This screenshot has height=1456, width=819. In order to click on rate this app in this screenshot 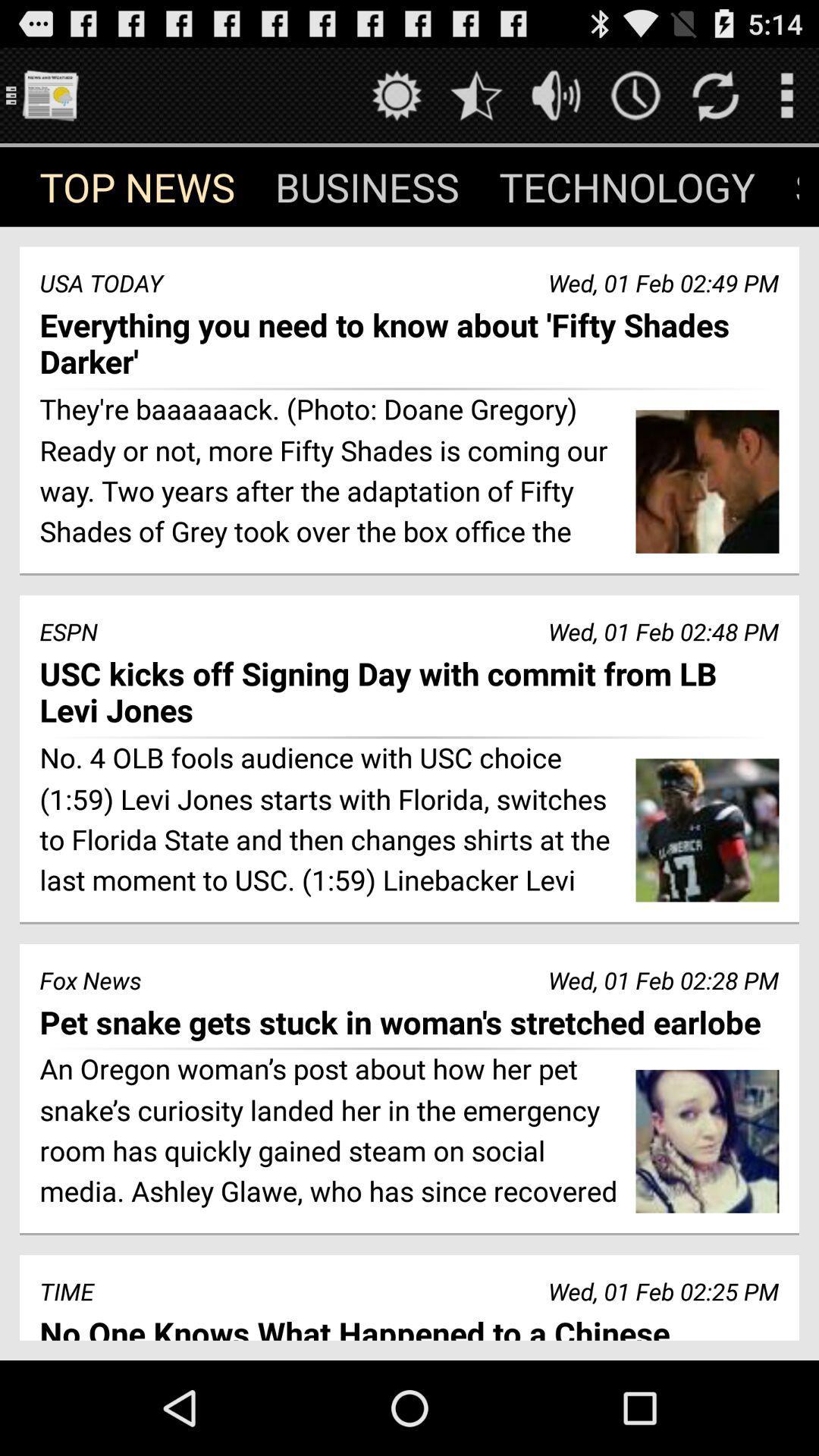, I will do `click(475, 94)`.